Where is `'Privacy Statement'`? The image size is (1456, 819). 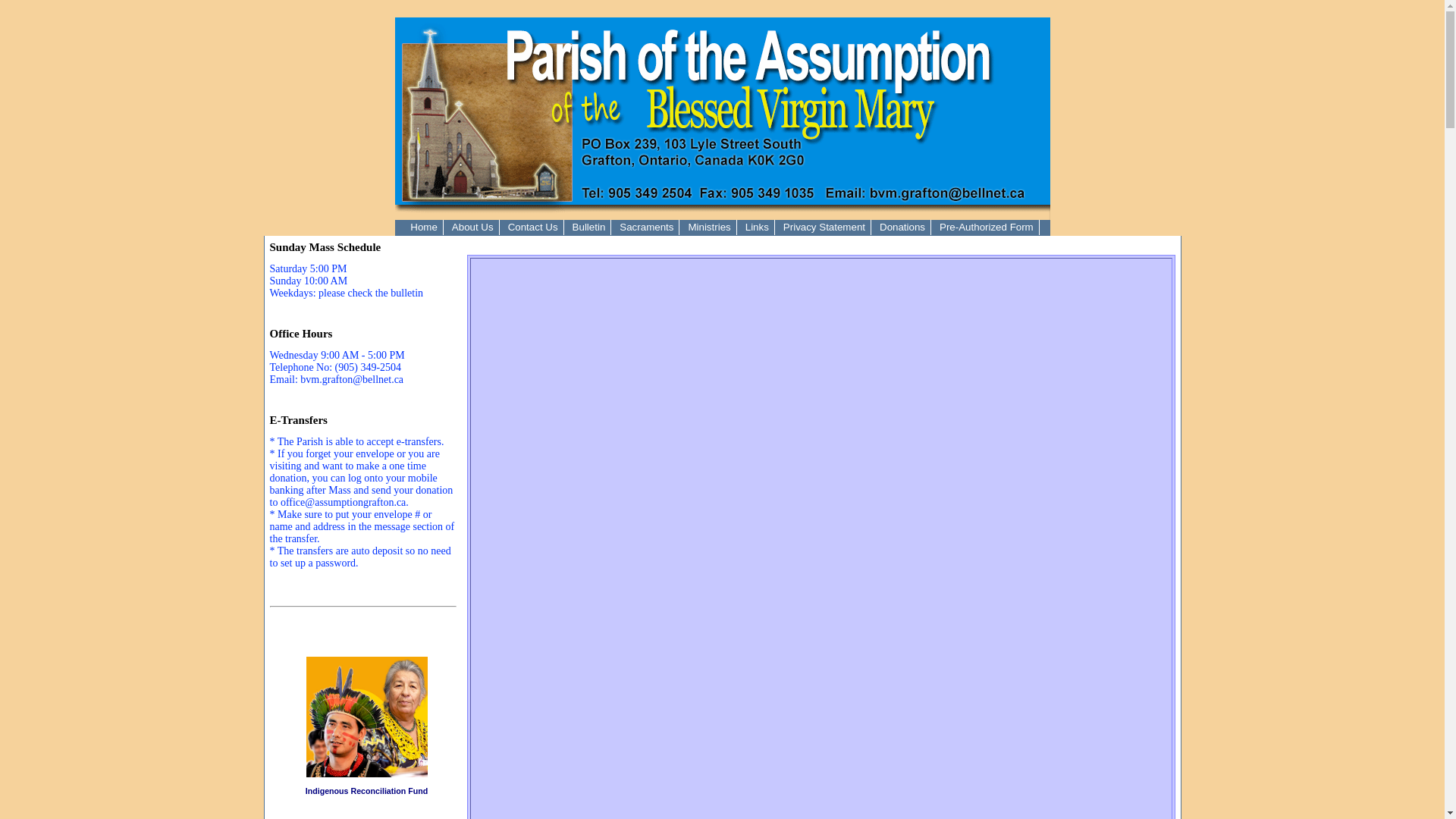
'Privacy Statement' is located at coordinates (824, 227).